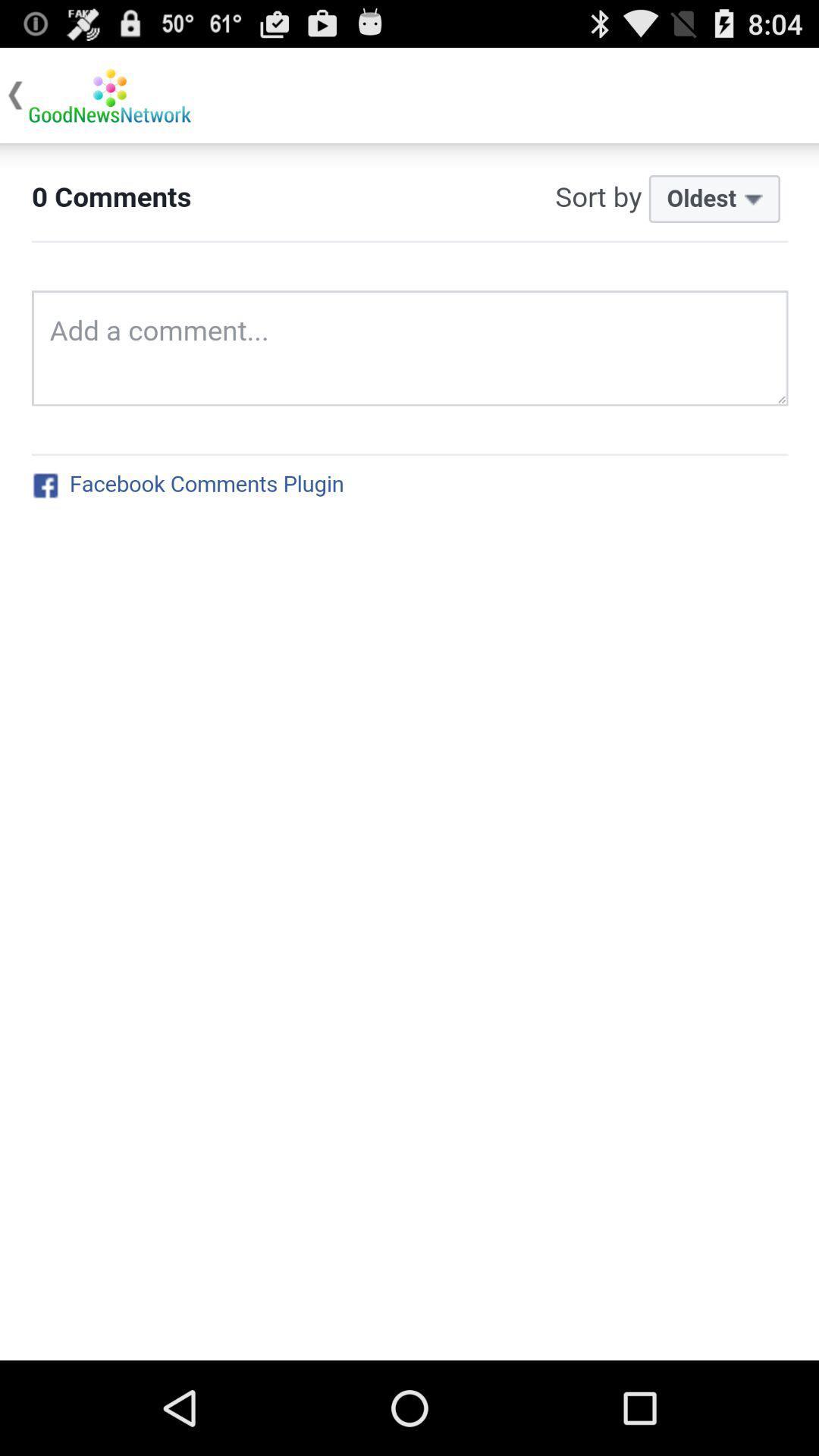  Describe the element at coordinates (409, 752) in the screenshot. I see `text box to enter comment` at that location.